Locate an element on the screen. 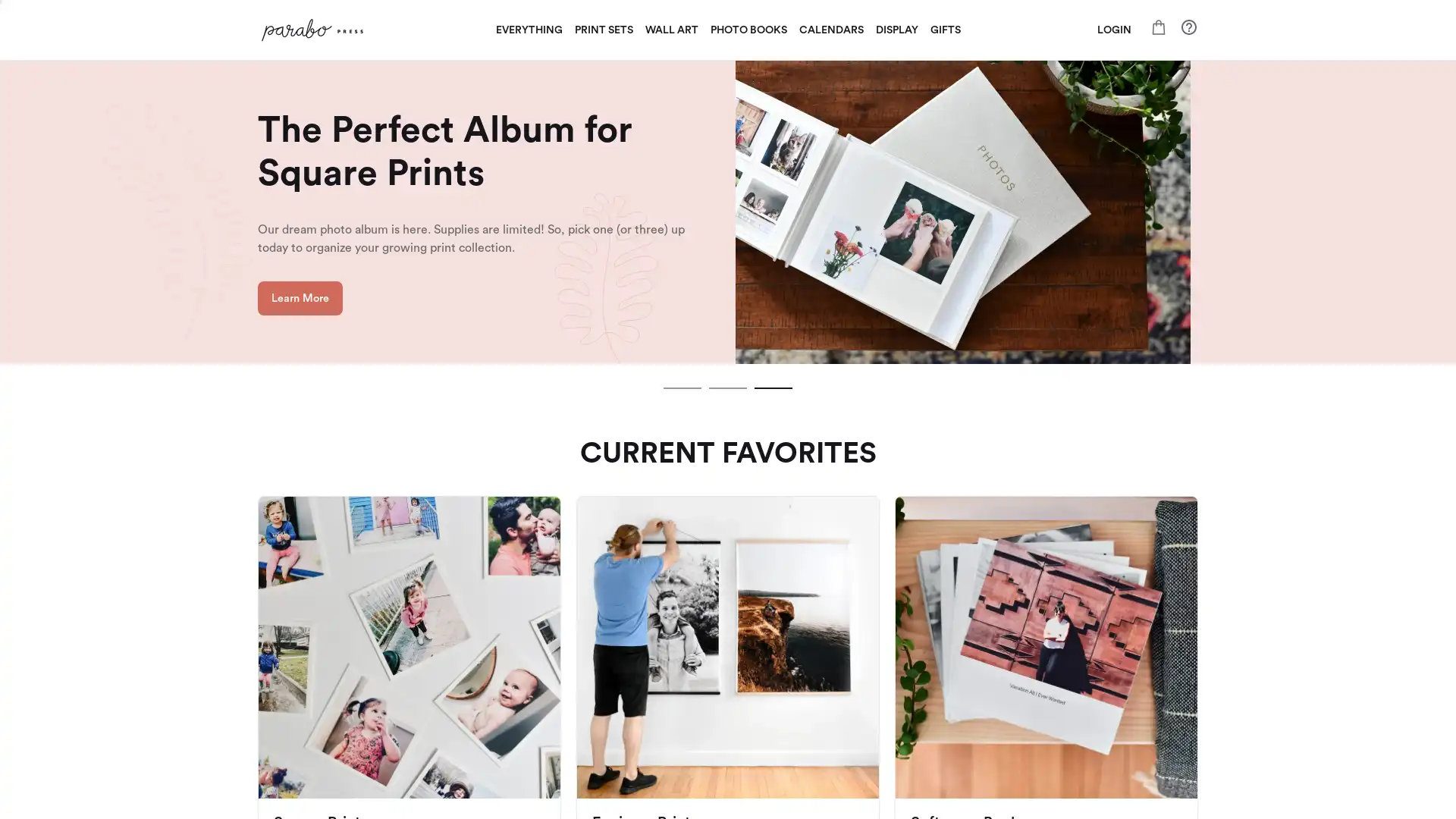  slide dot is located at coordinates (728, 388).